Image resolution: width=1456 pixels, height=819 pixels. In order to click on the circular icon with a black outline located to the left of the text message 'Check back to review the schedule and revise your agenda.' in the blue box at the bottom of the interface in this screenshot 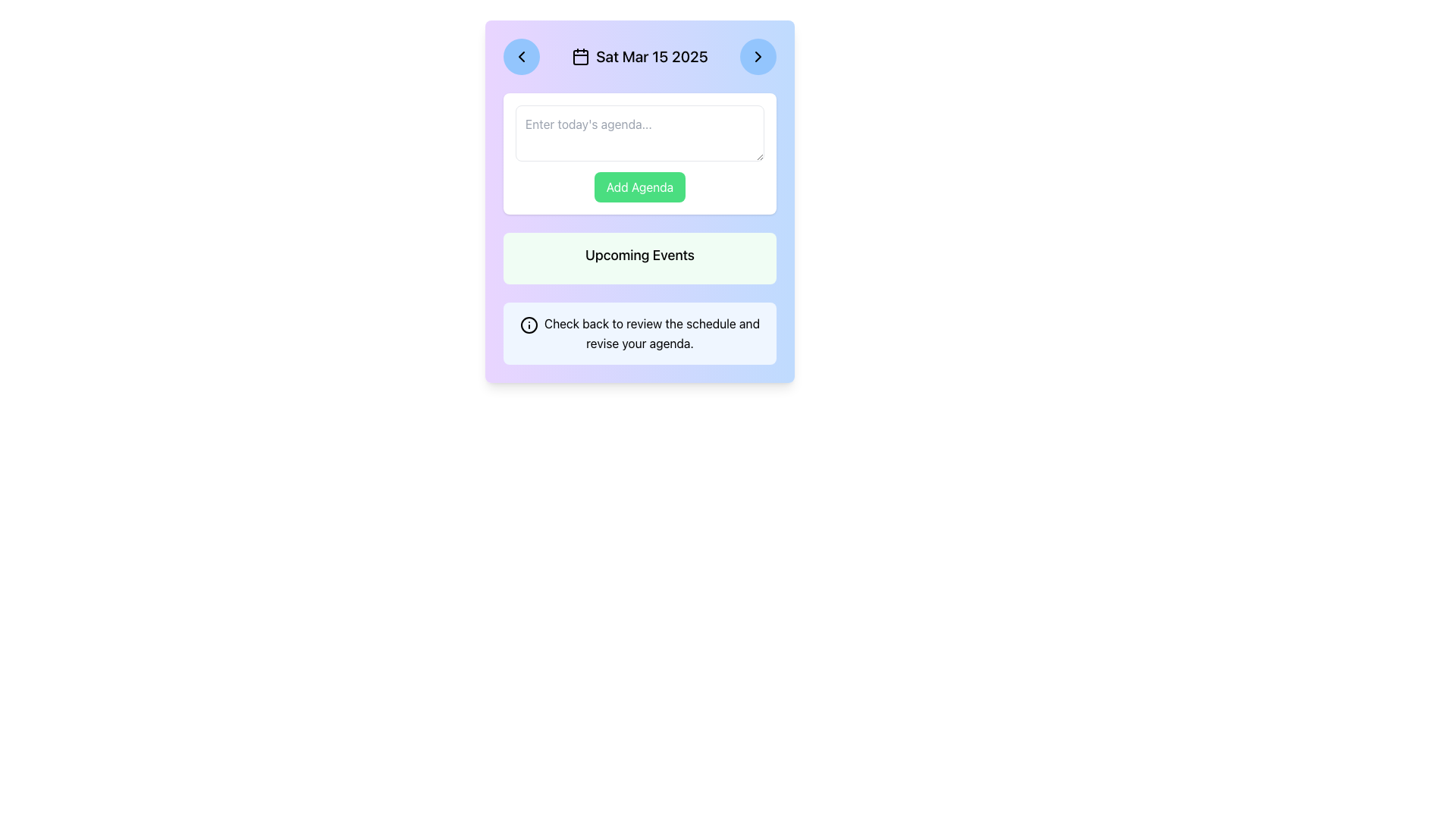, I will do `click(529, 324)`.